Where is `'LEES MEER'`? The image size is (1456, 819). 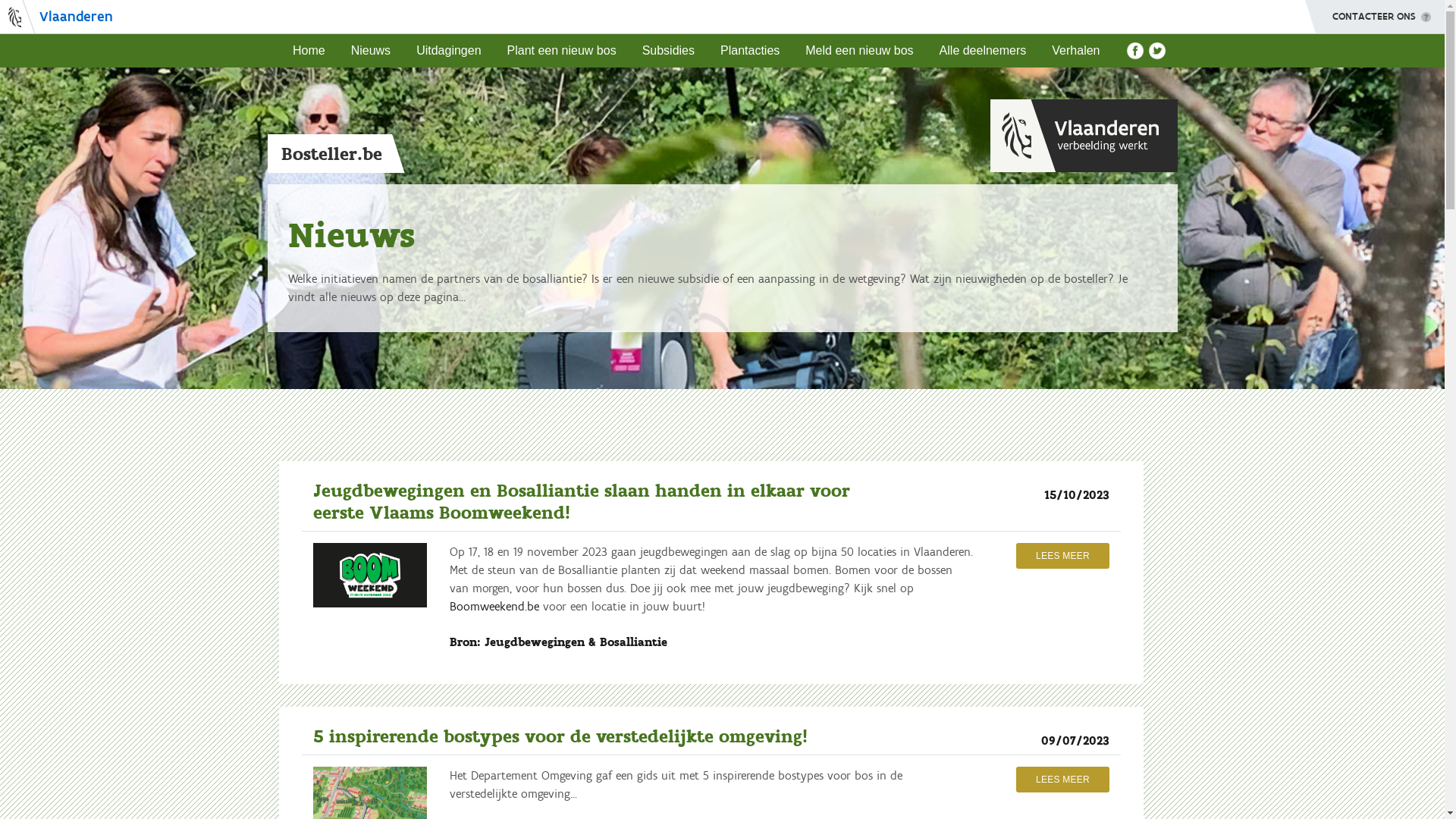 'LEES MEER' is located at coordinates (1062, 780).